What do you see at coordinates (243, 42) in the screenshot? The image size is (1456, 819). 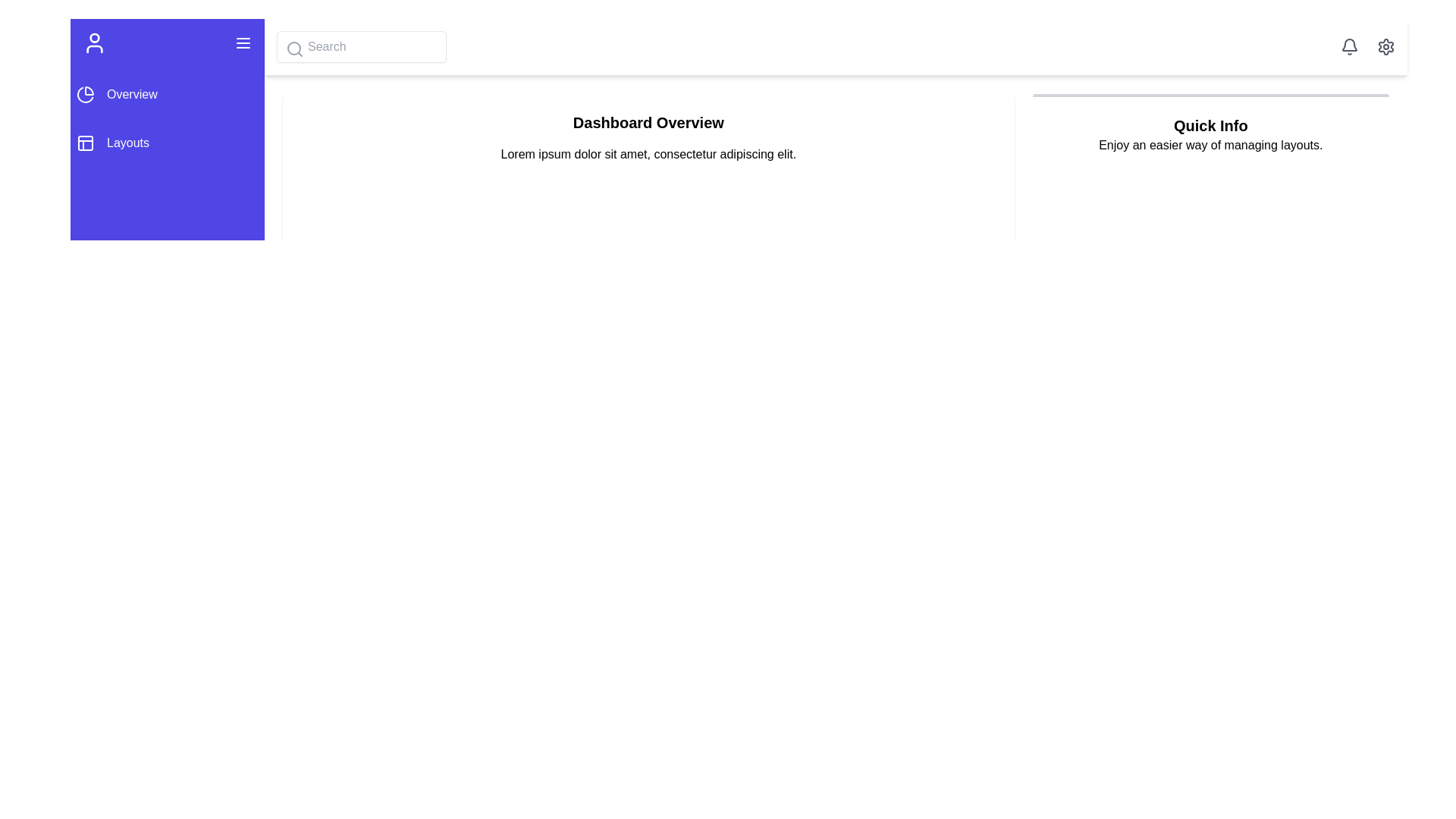 I see `the minimalistic three-bar menu button located in the top-right corner of the vertical blue navigation bar` at bounding box center [243, 42].